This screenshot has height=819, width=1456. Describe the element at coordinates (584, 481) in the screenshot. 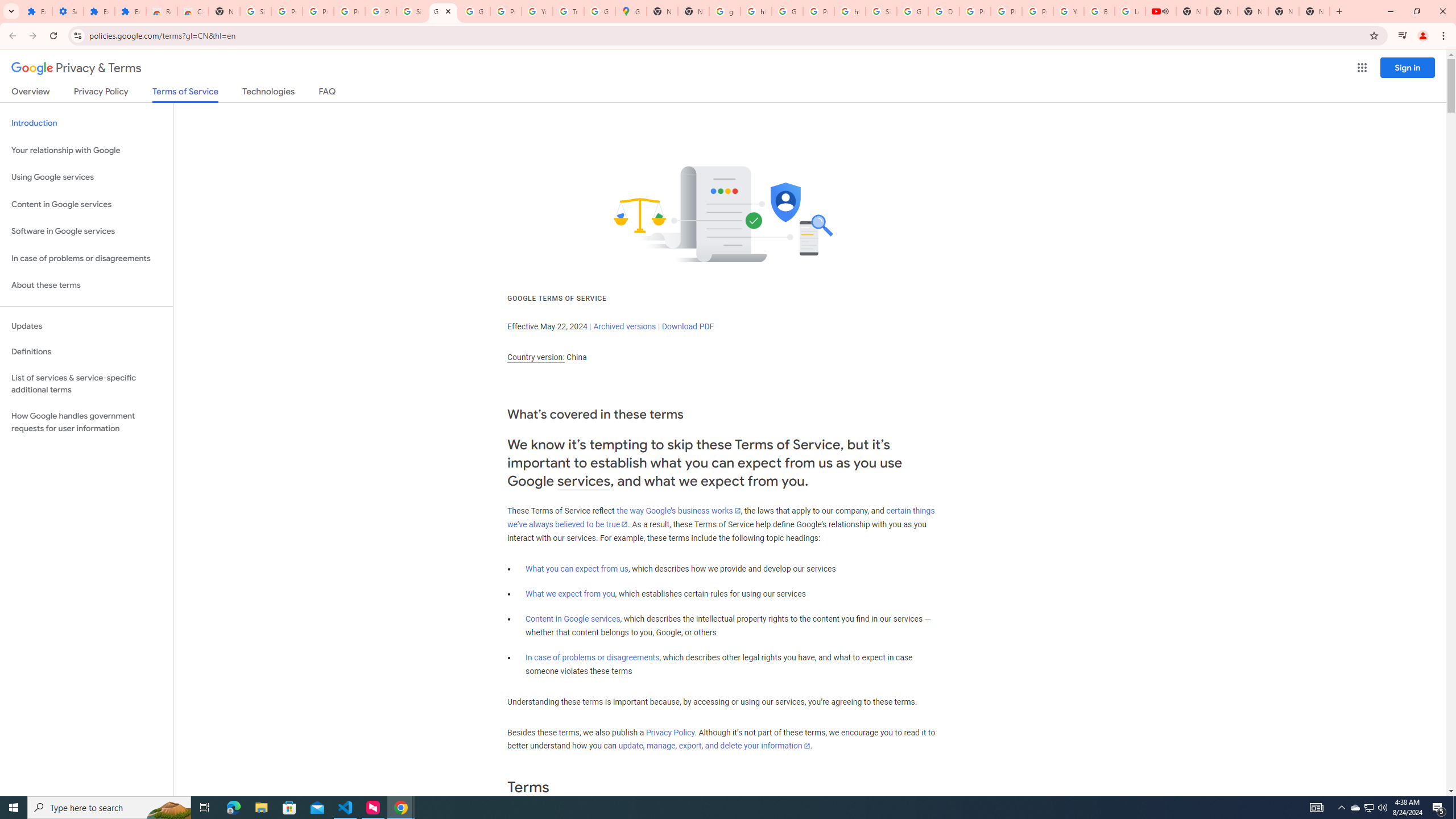

I see `'services'` at that location.